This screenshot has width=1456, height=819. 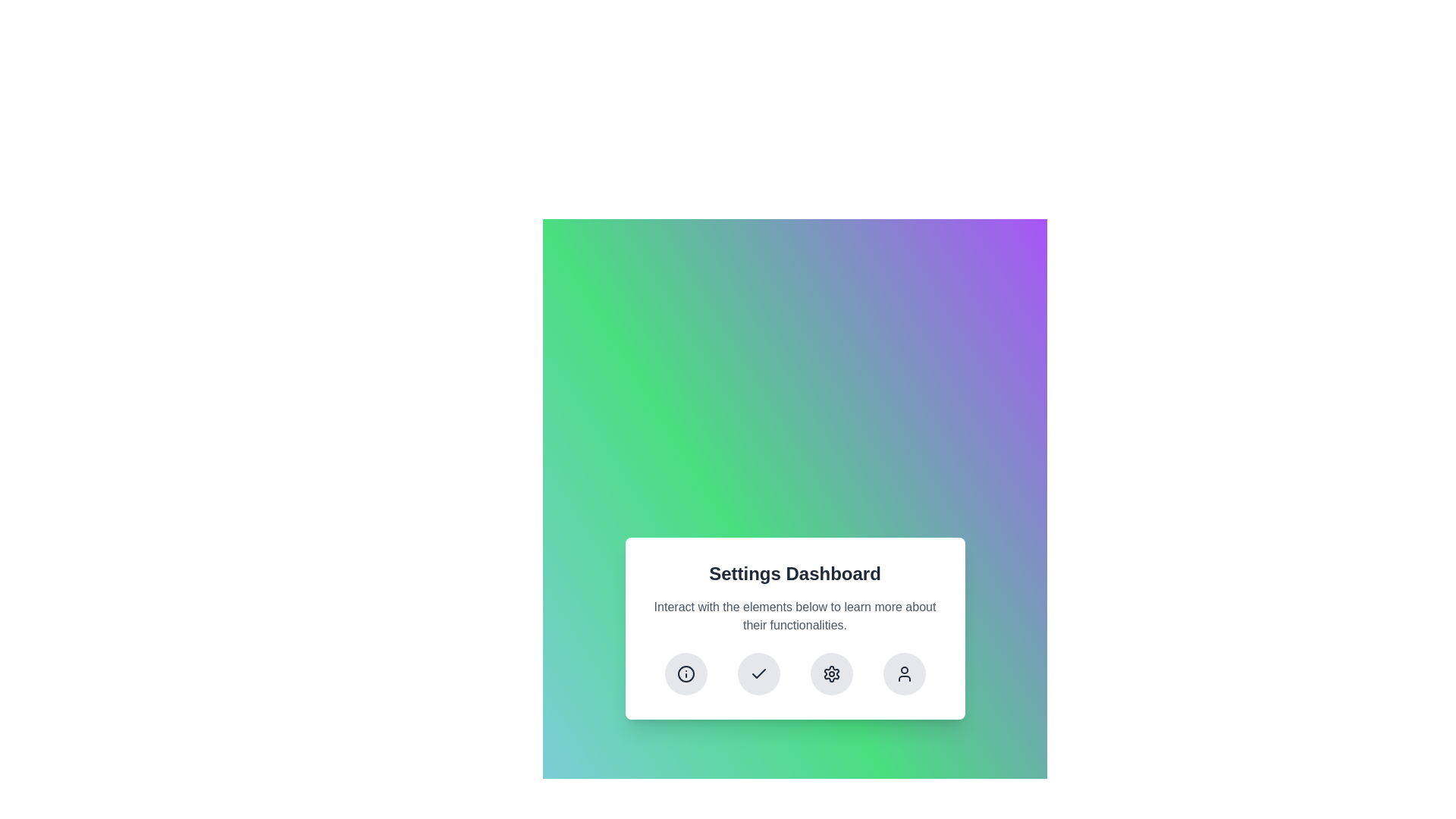 What do you see at coordinates (685, 673) in the screenshot?
I see `the circular information icon with a thin black outline and gray colors, located at the bottom of the Settings Dashboard panel` at bounding box center [685, 673].